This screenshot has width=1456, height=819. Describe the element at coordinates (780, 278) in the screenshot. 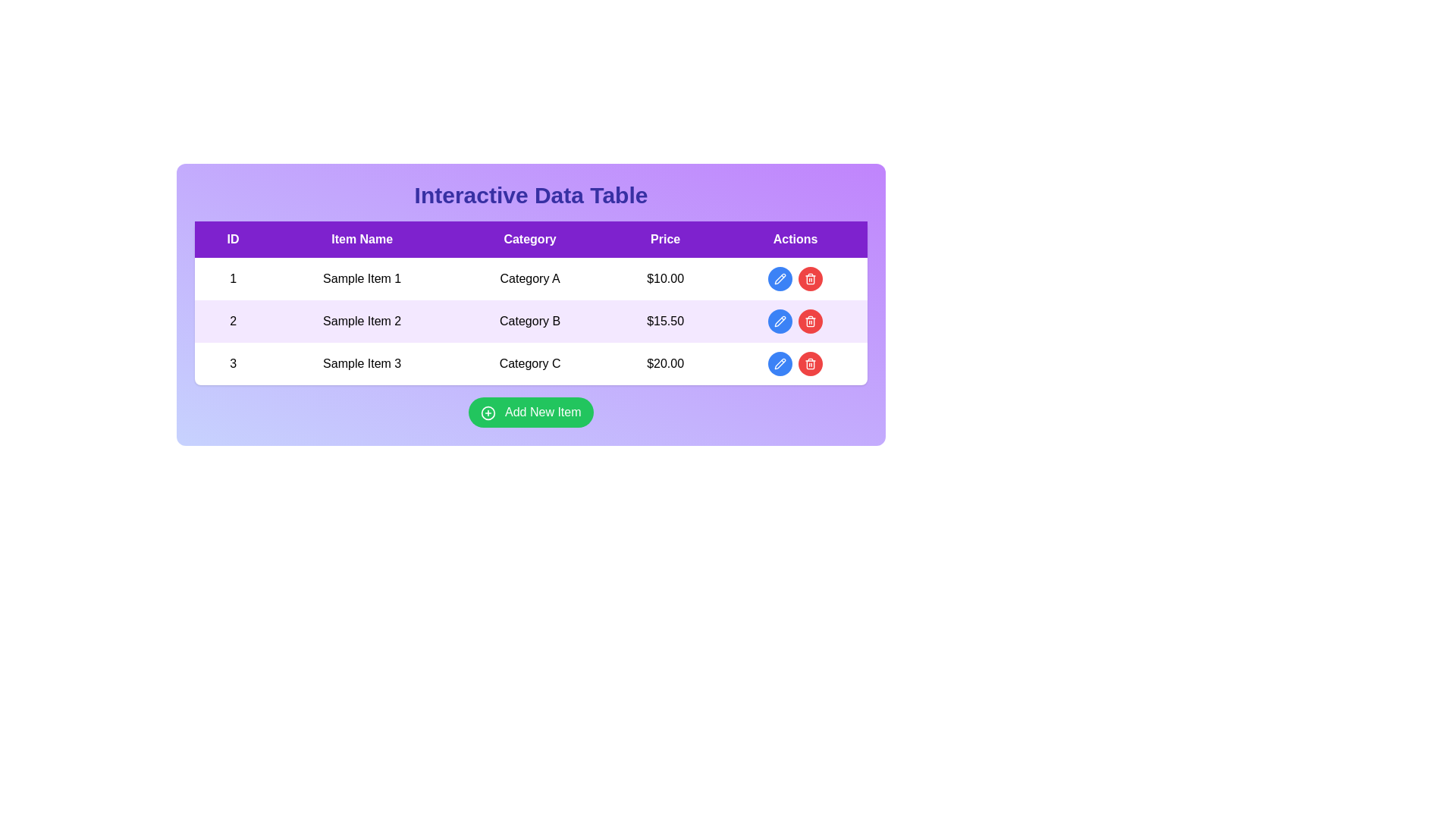

I see `the blue circular button with a white pencil icon in the 'Actions' column of the interactive data table` at that location.